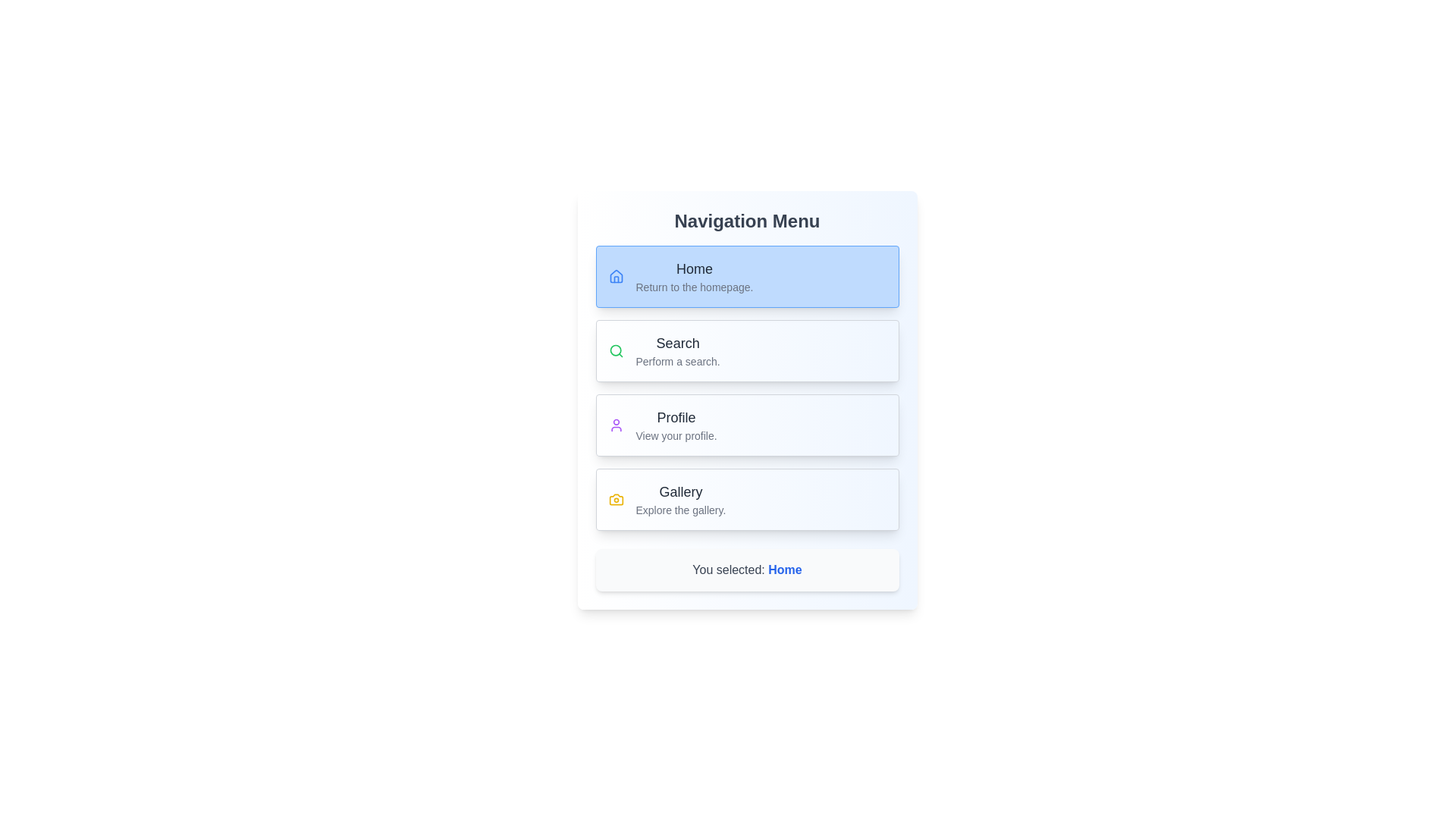 This screenshot has width=1456, height=819. I want to click on the menu item labeled Home to view its hover effect, so click(747, 277).